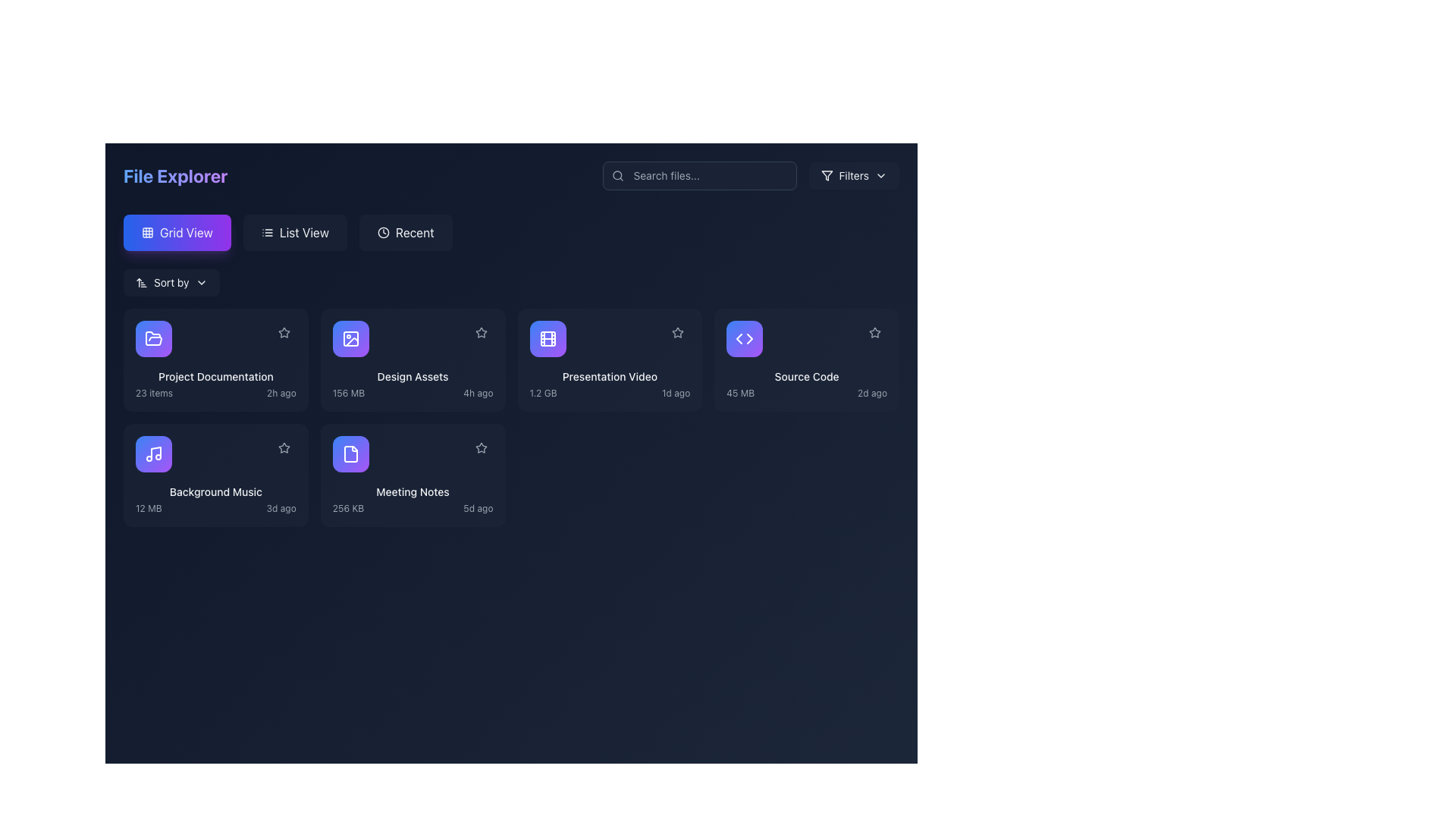 The height and width of the screenshot is (819, 1456). Describe the element at coordinates (215, 475) in the screenshot. I see `the 'Background Music' card element in the grid layout` at that location.